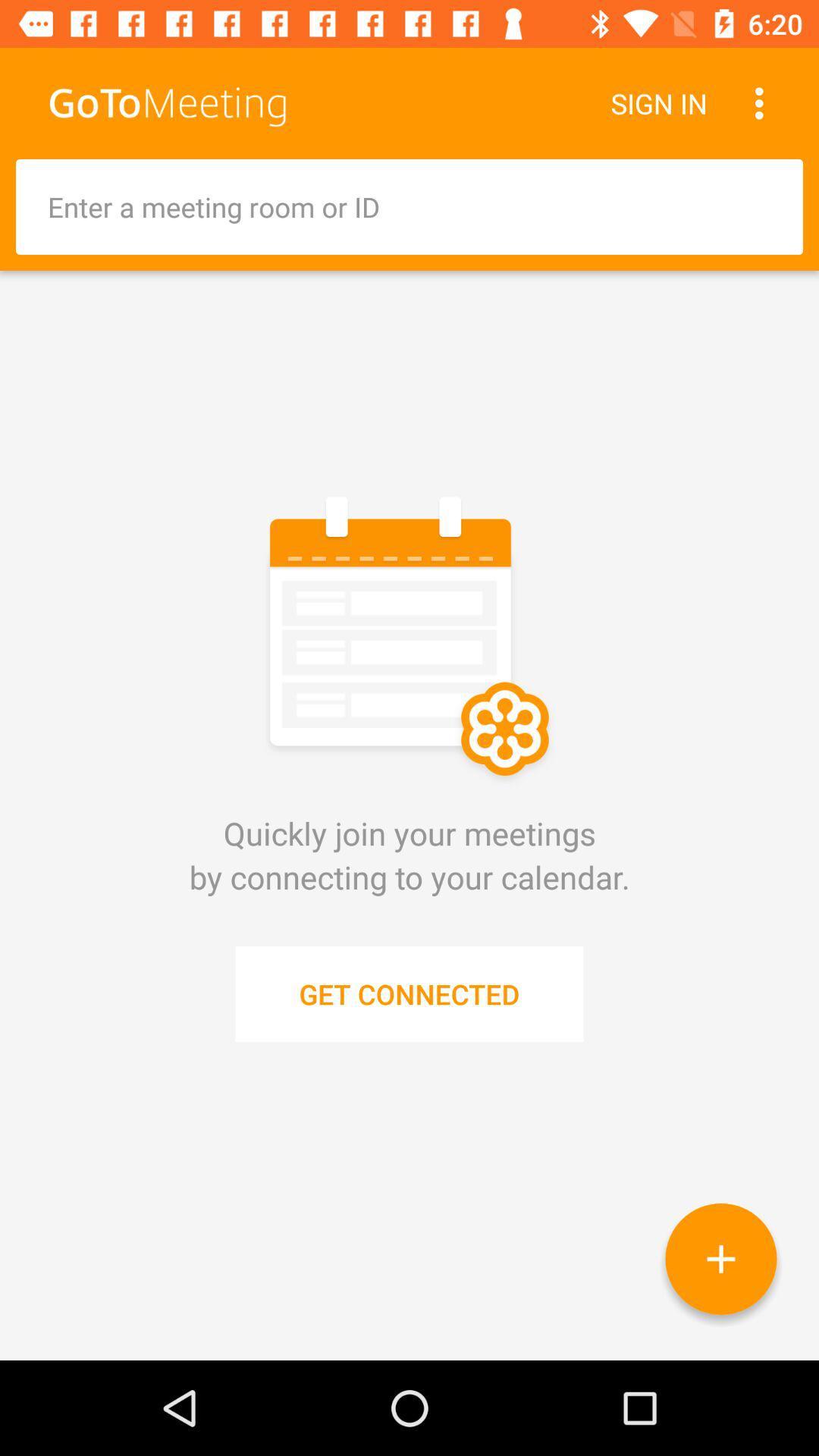 This screenshot has height=1456, width=819. I want to click on item to the right of sign in icon, so click(763, 102).